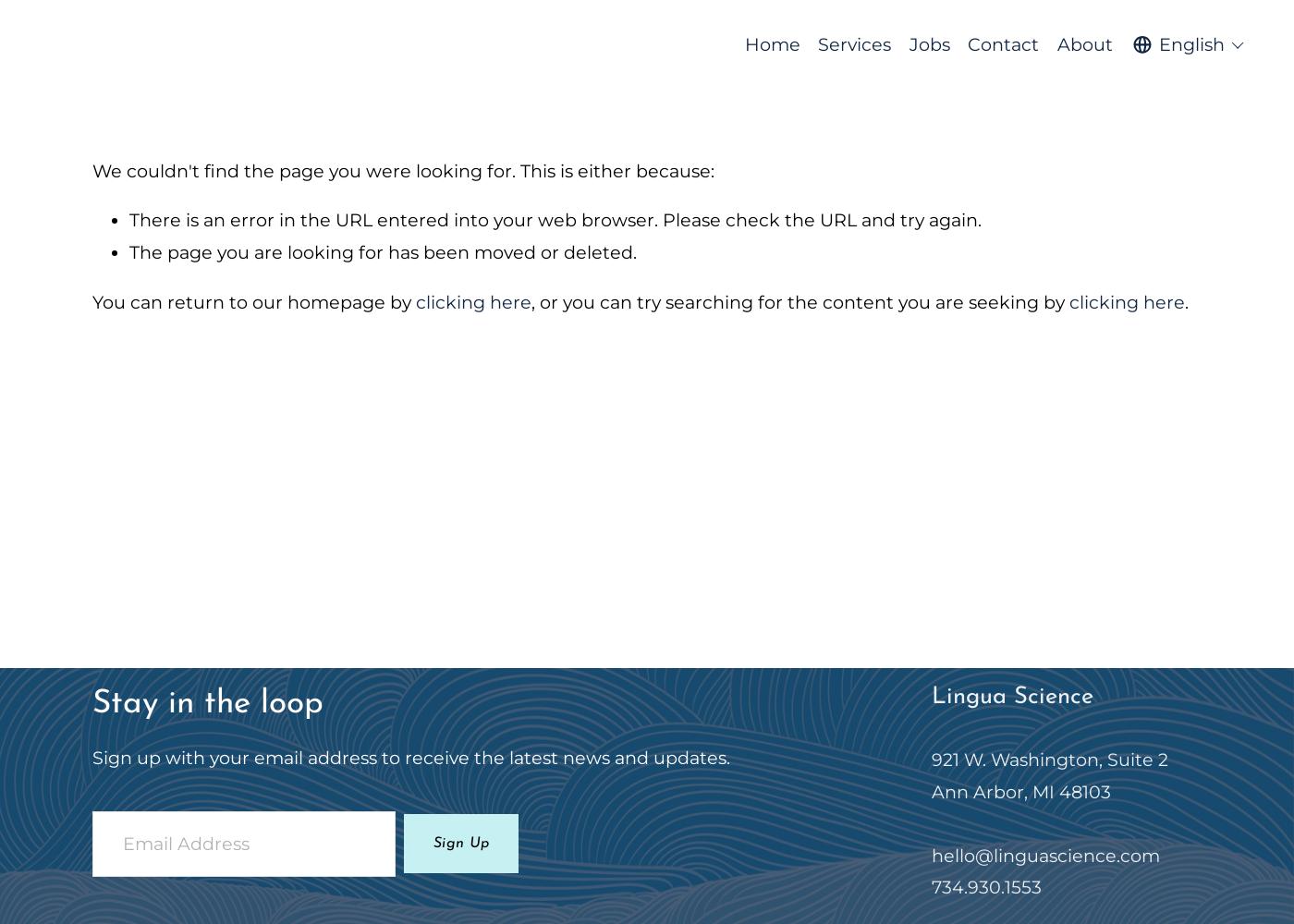  Describe the element at coordinates (129, 251) in the screenshot. I see `'The page you are looking for has been moved or deleted.'` at that location.